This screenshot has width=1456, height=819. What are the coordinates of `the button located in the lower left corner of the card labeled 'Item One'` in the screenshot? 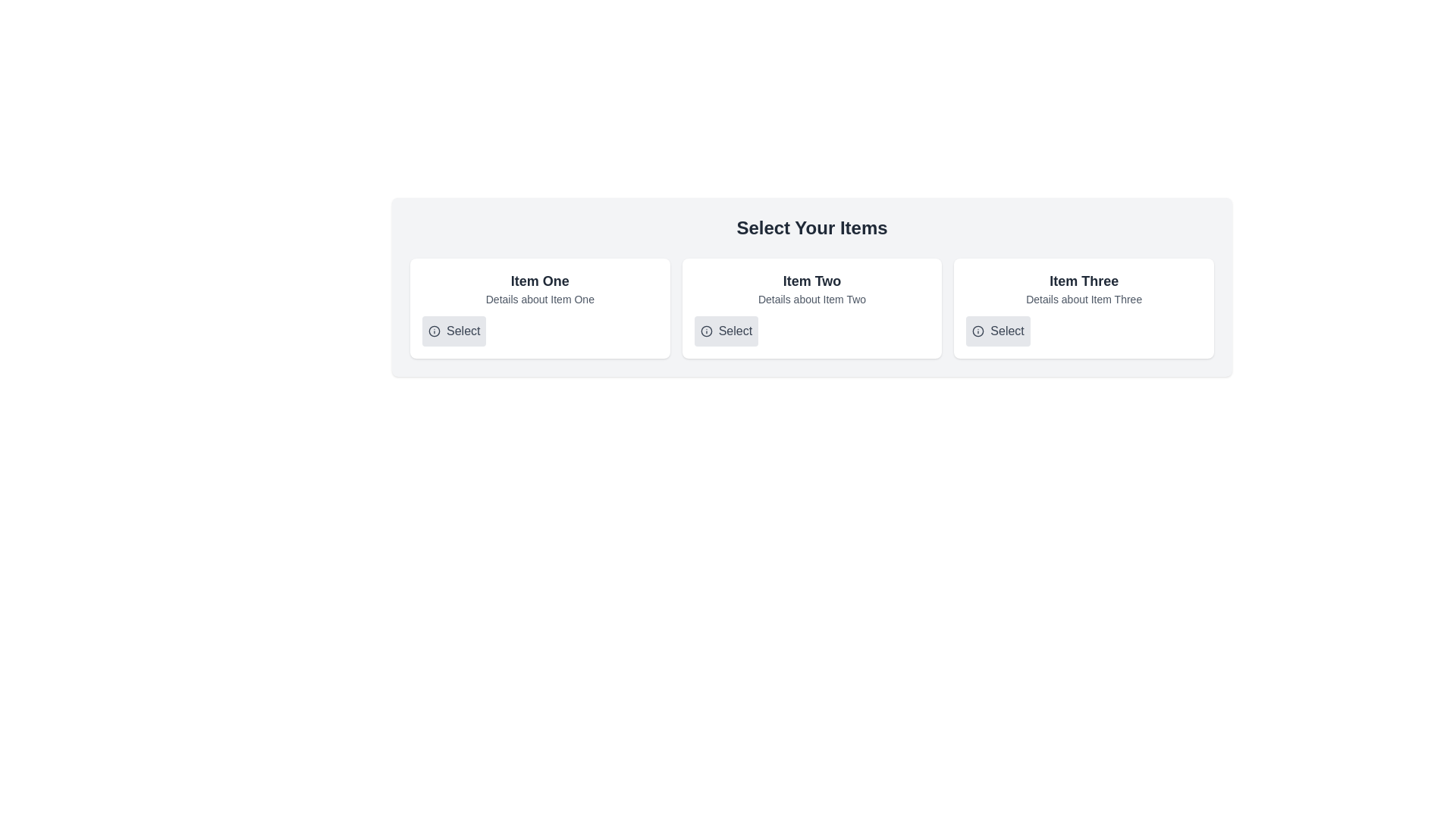 It's located at (453, 330).